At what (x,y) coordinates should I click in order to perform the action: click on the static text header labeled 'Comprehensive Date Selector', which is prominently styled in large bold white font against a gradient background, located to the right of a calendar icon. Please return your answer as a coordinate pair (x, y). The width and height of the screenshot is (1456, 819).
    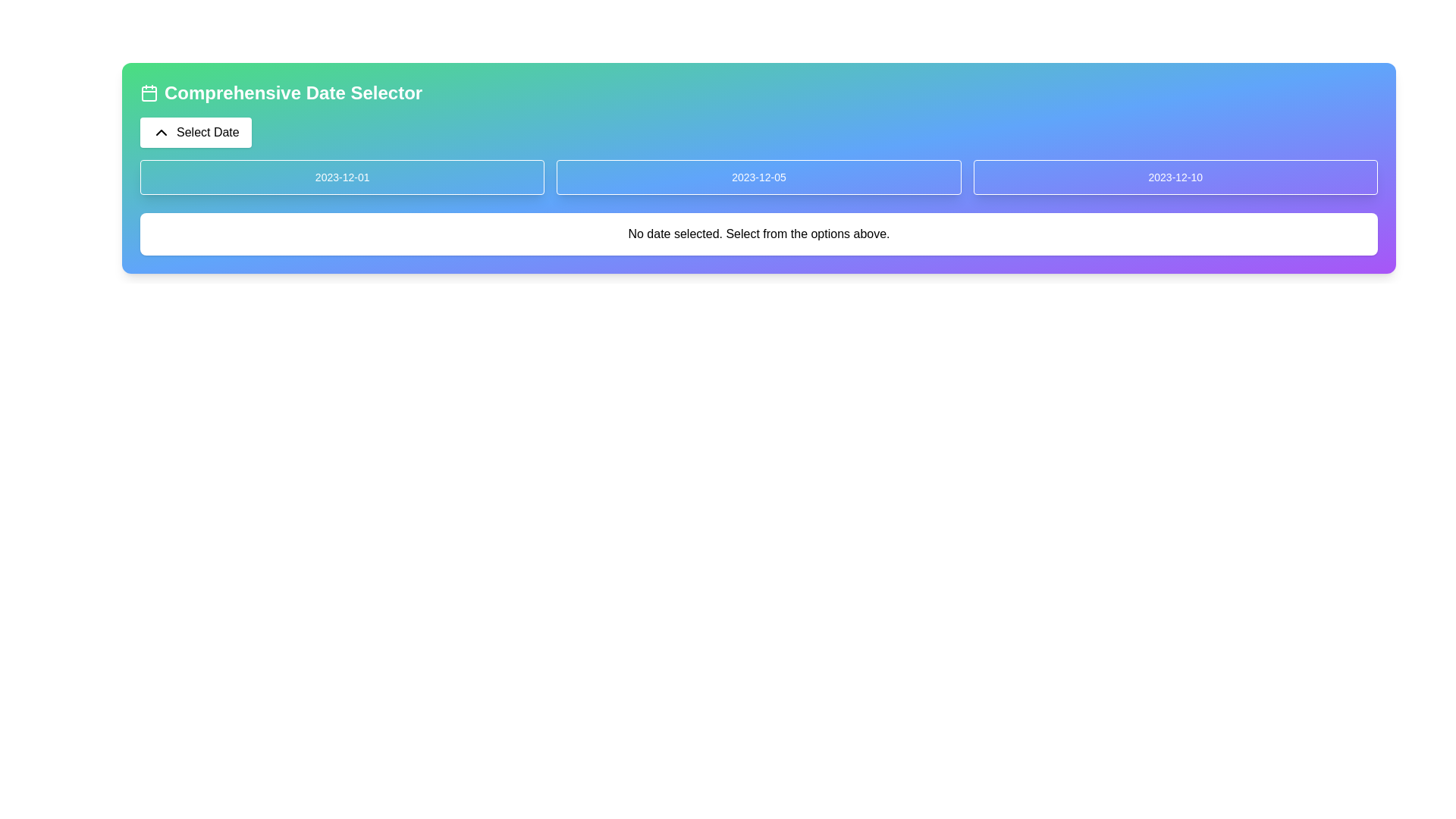
    Looking at the image, I should click on (293, 93).